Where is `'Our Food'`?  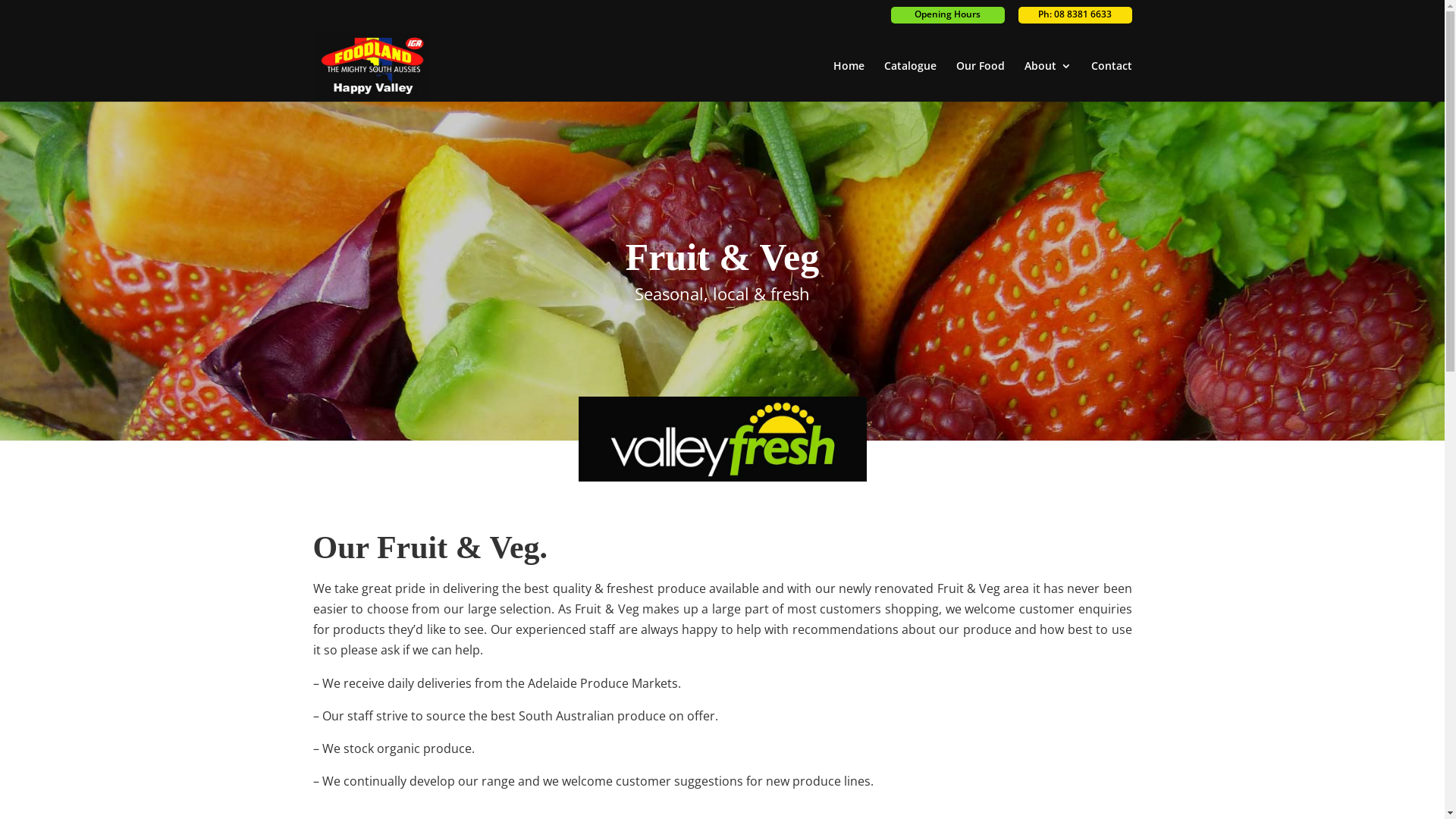 'Our Food' is located at coordinates (954, 81).